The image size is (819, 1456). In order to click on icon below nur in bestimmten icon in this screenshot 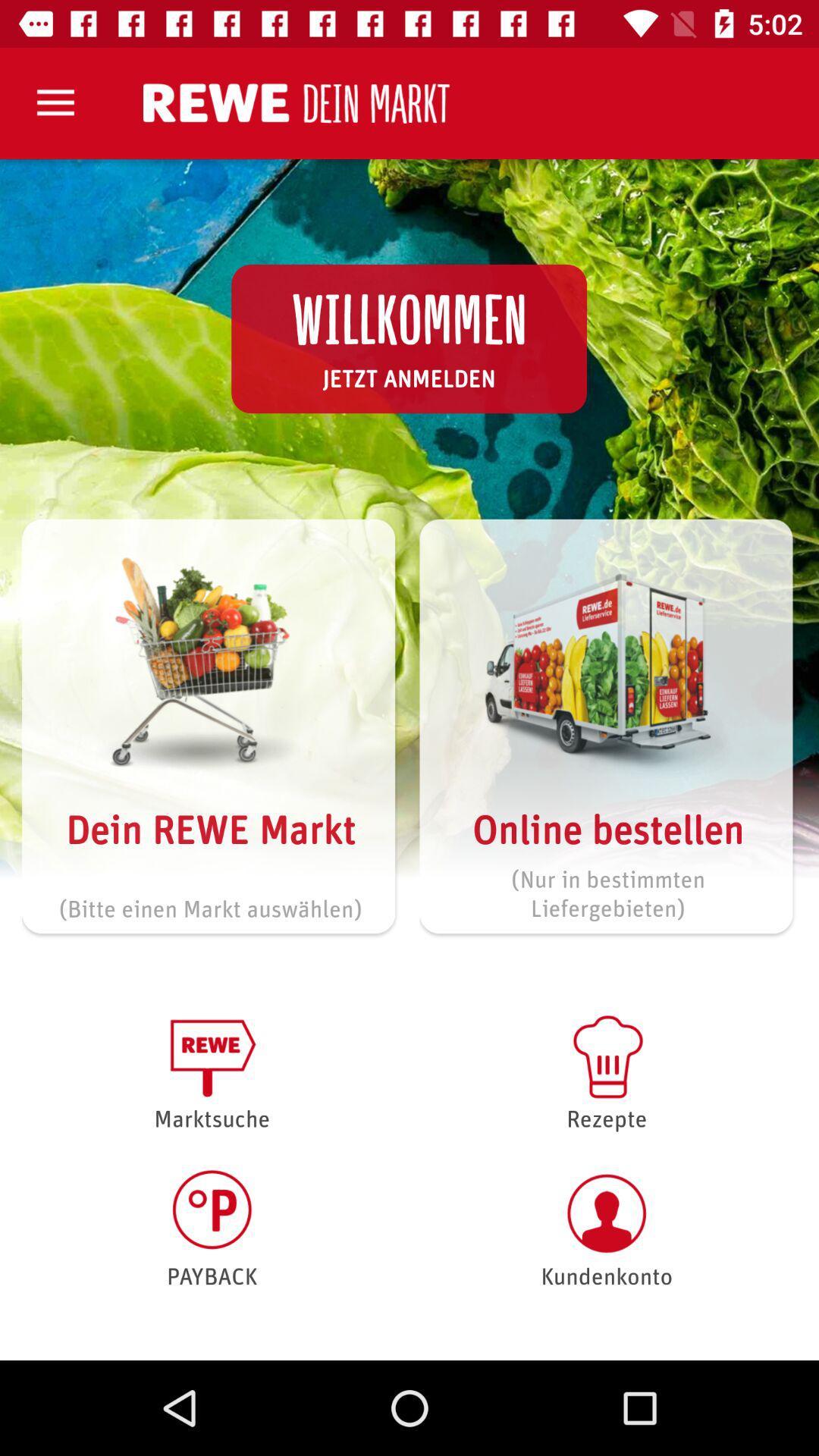, I will do `click(606, 1070)`.